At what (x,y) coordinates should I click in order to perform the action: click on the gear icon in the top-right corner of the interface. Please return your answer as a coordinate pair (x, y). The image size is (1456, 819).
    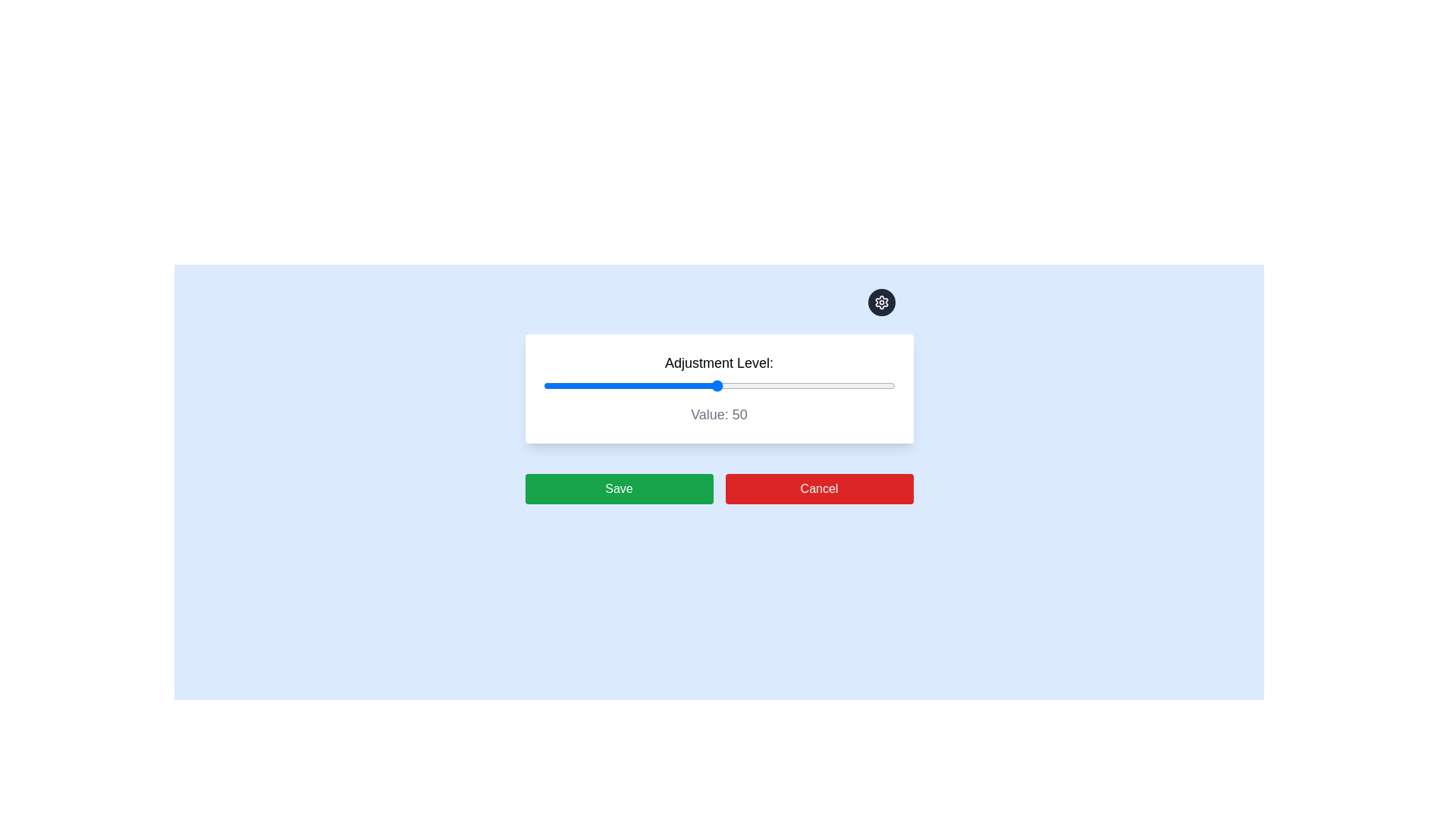
    Looking at the image, I should click on (881, 302).